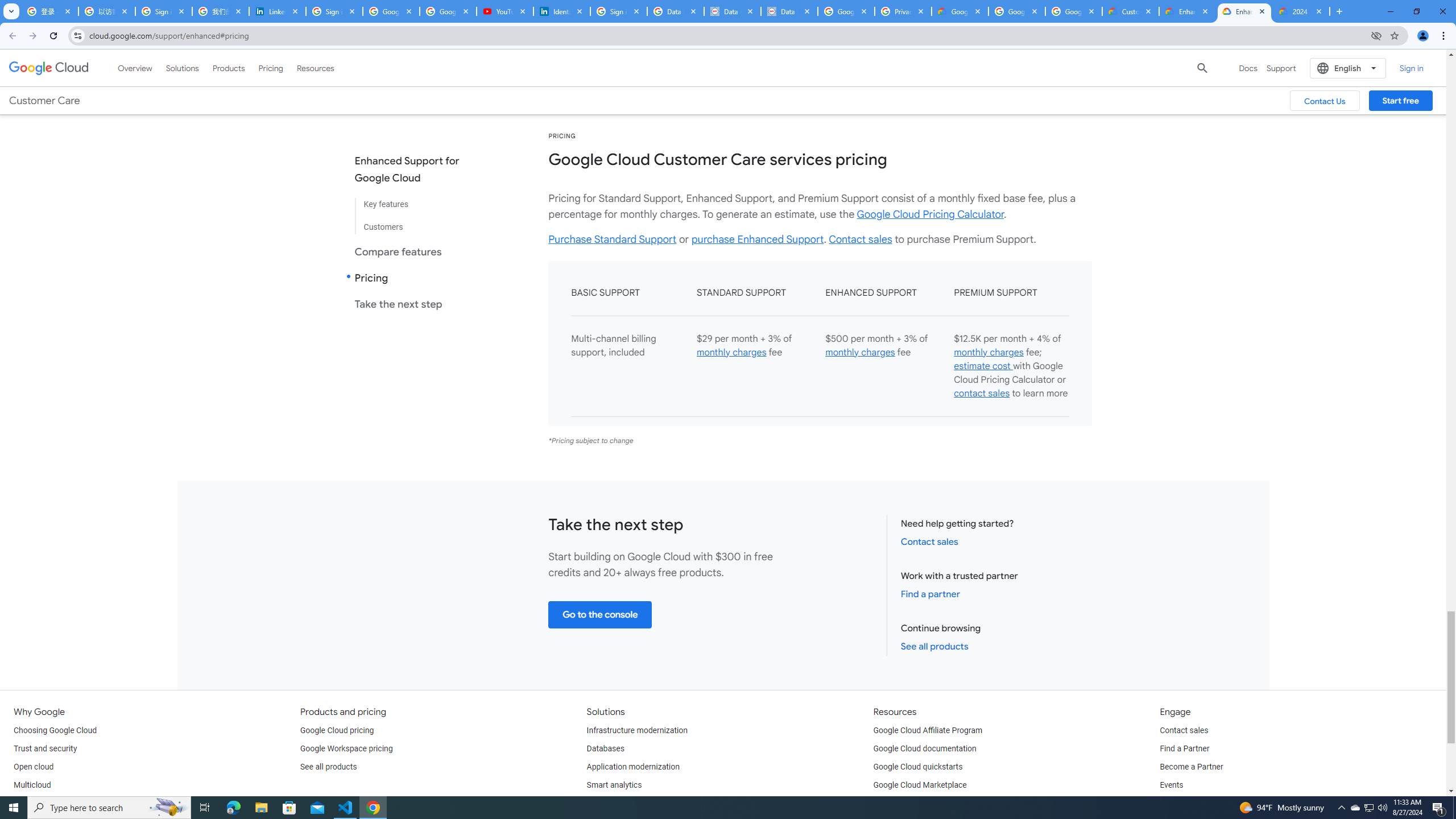  I want to click on 'Google Cloud Pricing Calculator', so click(929, 213).